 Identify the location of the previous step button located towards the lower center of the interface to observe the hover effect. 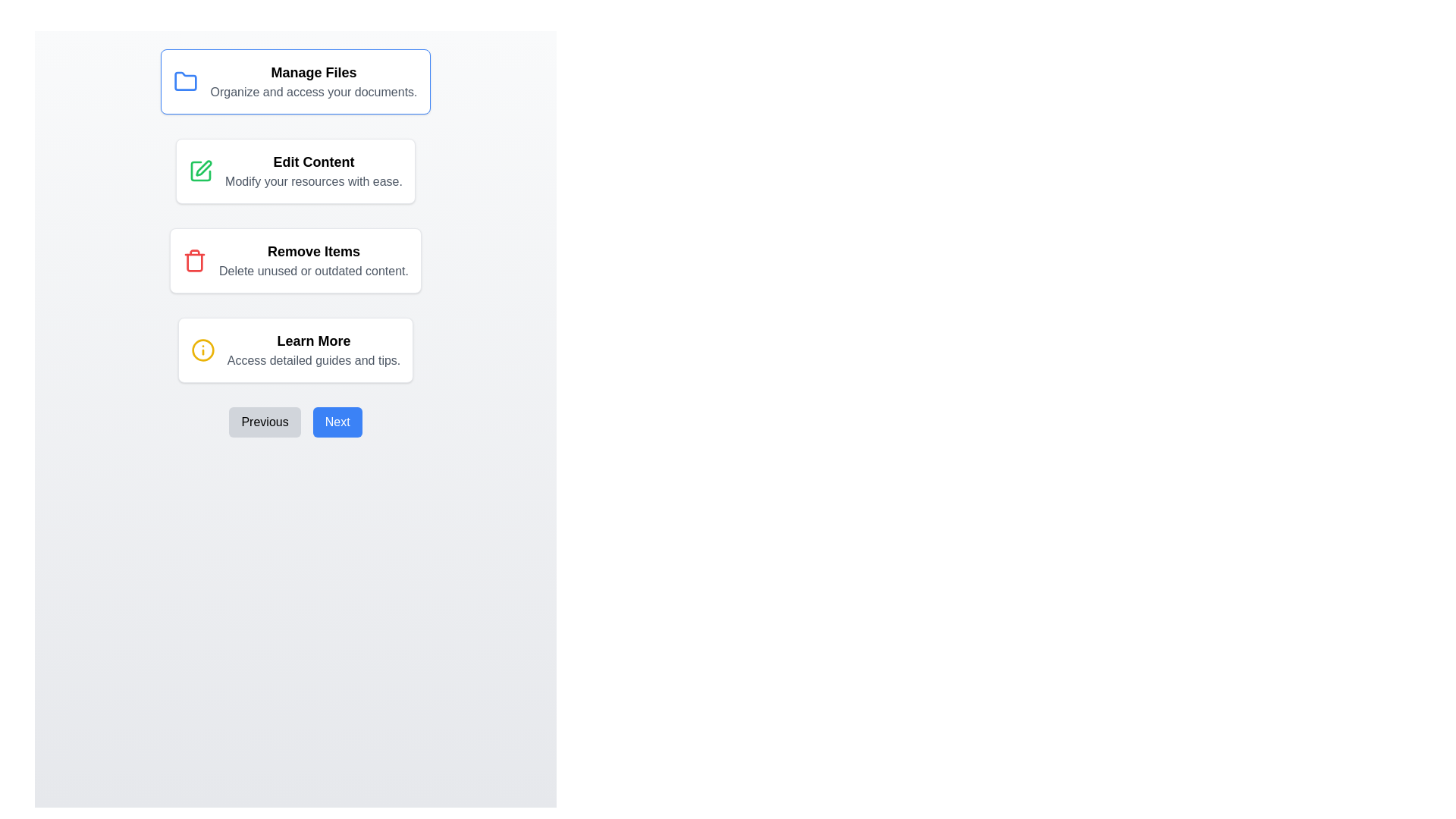
(265, 422).